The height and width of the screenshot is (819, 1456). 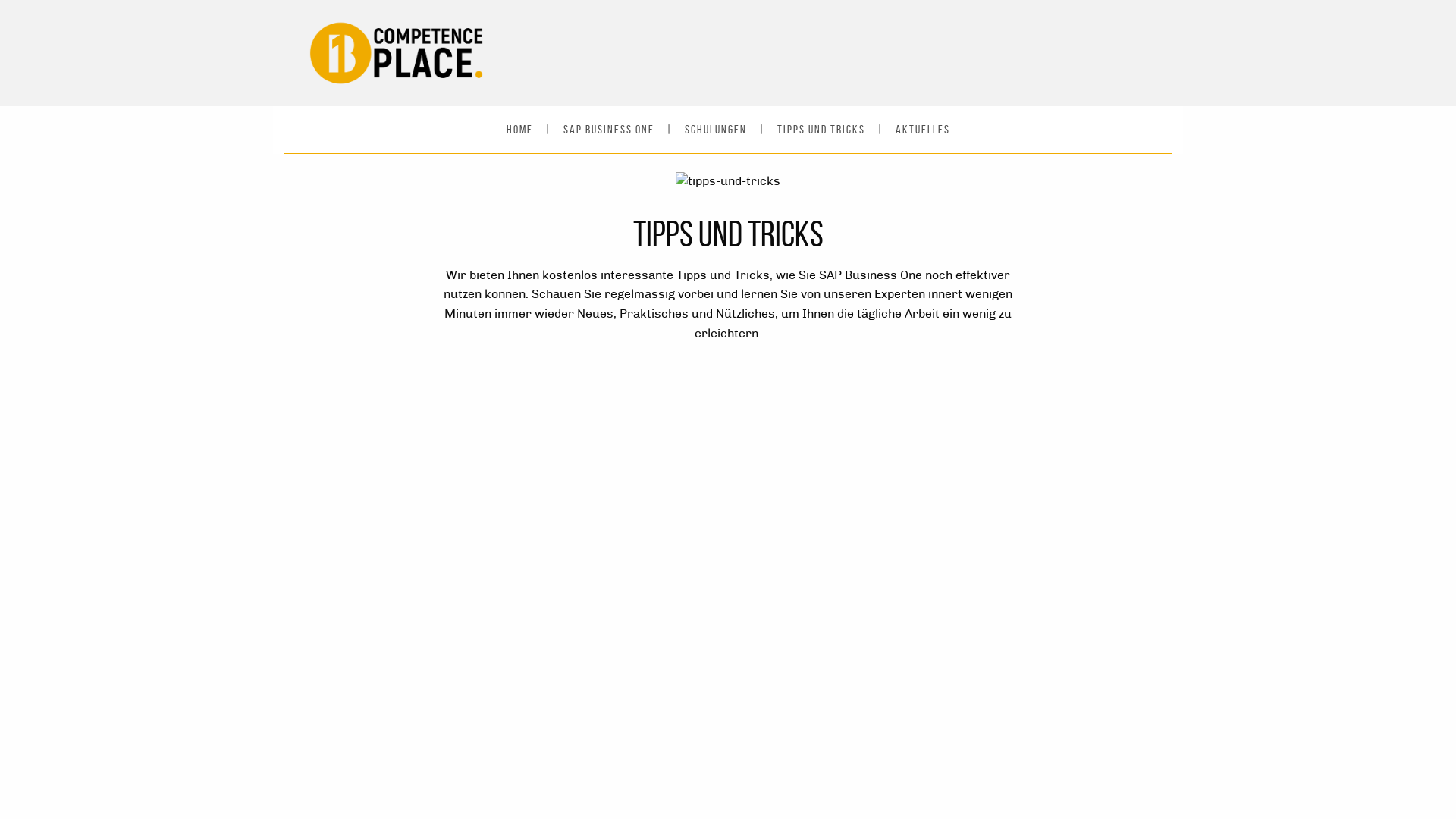 I want to click on 'Home', so click(x=519, y=128).